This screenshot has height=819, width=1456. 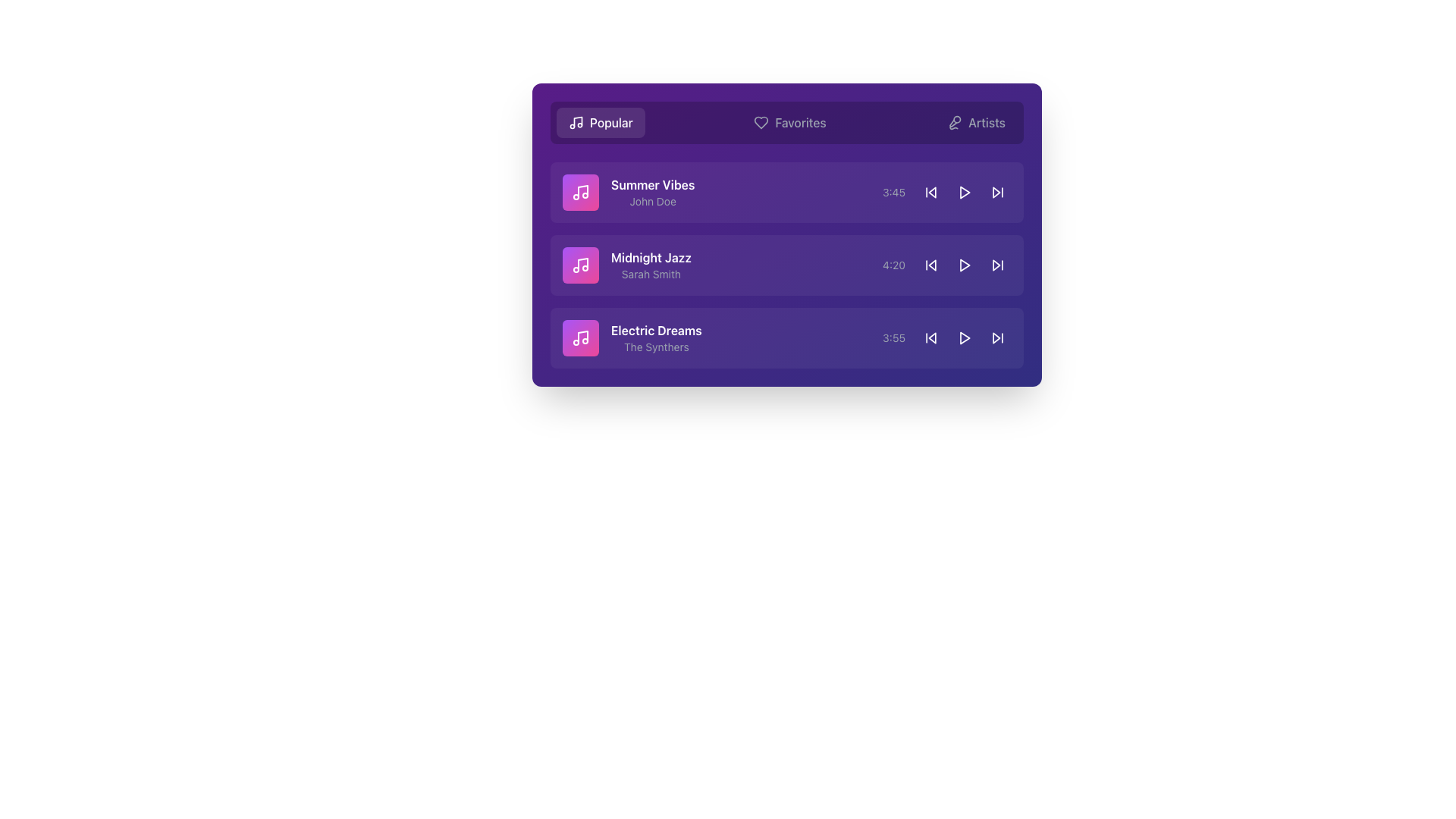 I want to click on the play button located at the rightmost end of the row displaying 'Midnight Jazz' by 'Sarah Smith', so click(x=964, y=265).